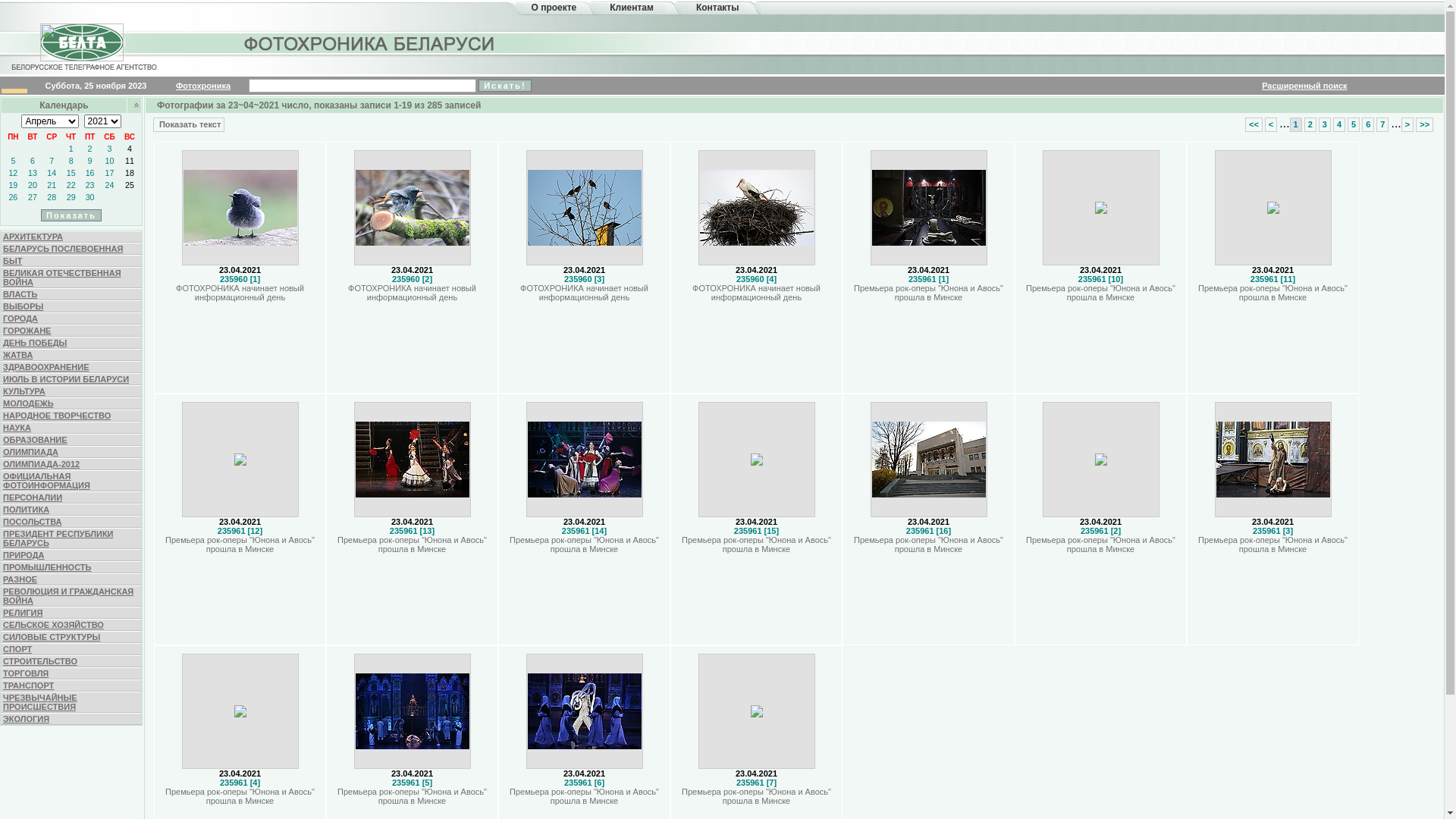 Image resolution: width=1456 pixels, height=819 pixels. What do you see at coordinates (47, 196) in the screenshot?
I see `'28'` at bounding box center [47, 196].